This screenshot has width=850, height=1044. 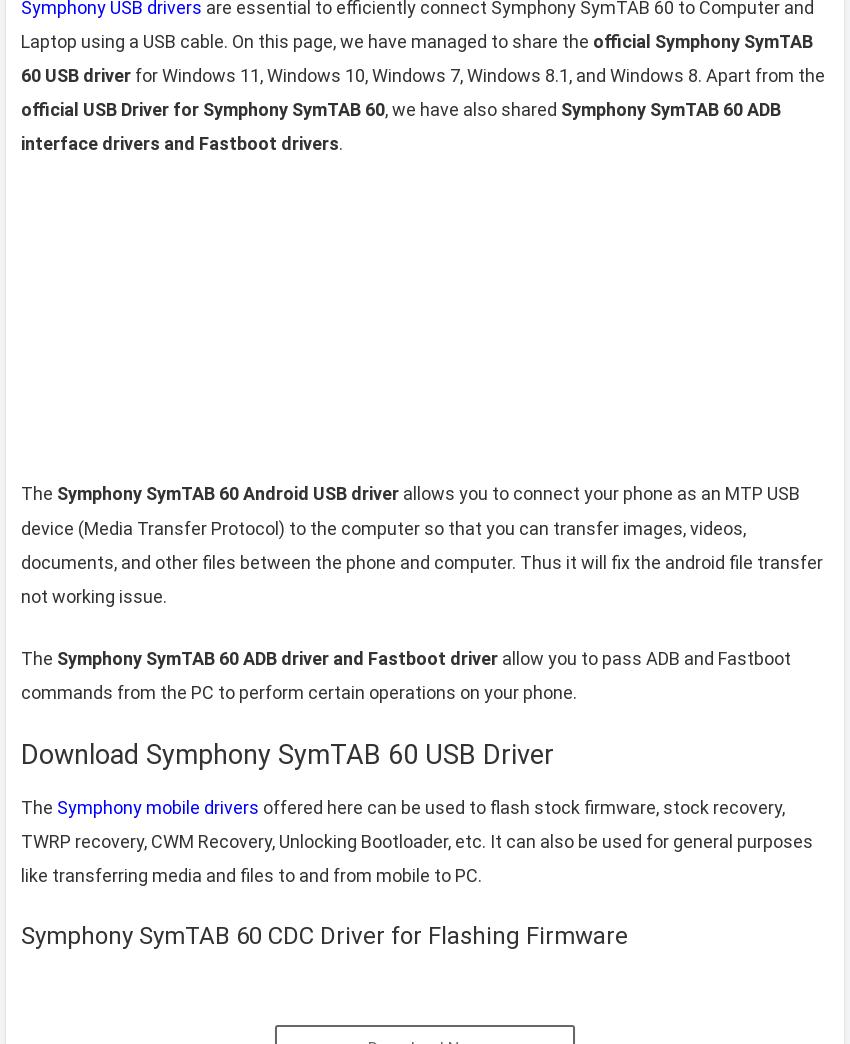 I want to click on 'official Symphony SymTAB 60 USB driver', so click(x=417, y=56).